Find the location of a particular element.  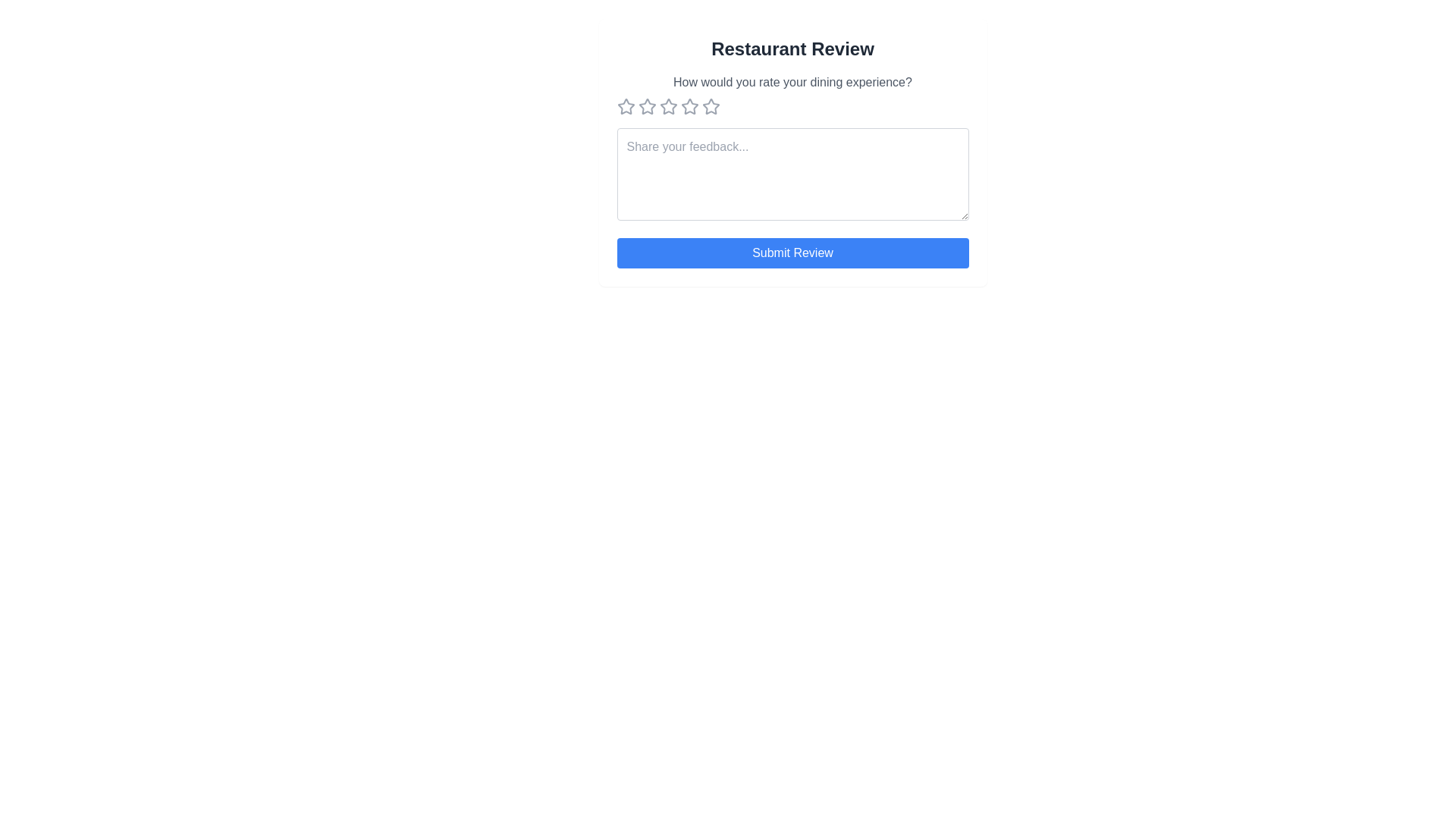

the star button corresponding to 1 stars is located at coordinates (626, 106).